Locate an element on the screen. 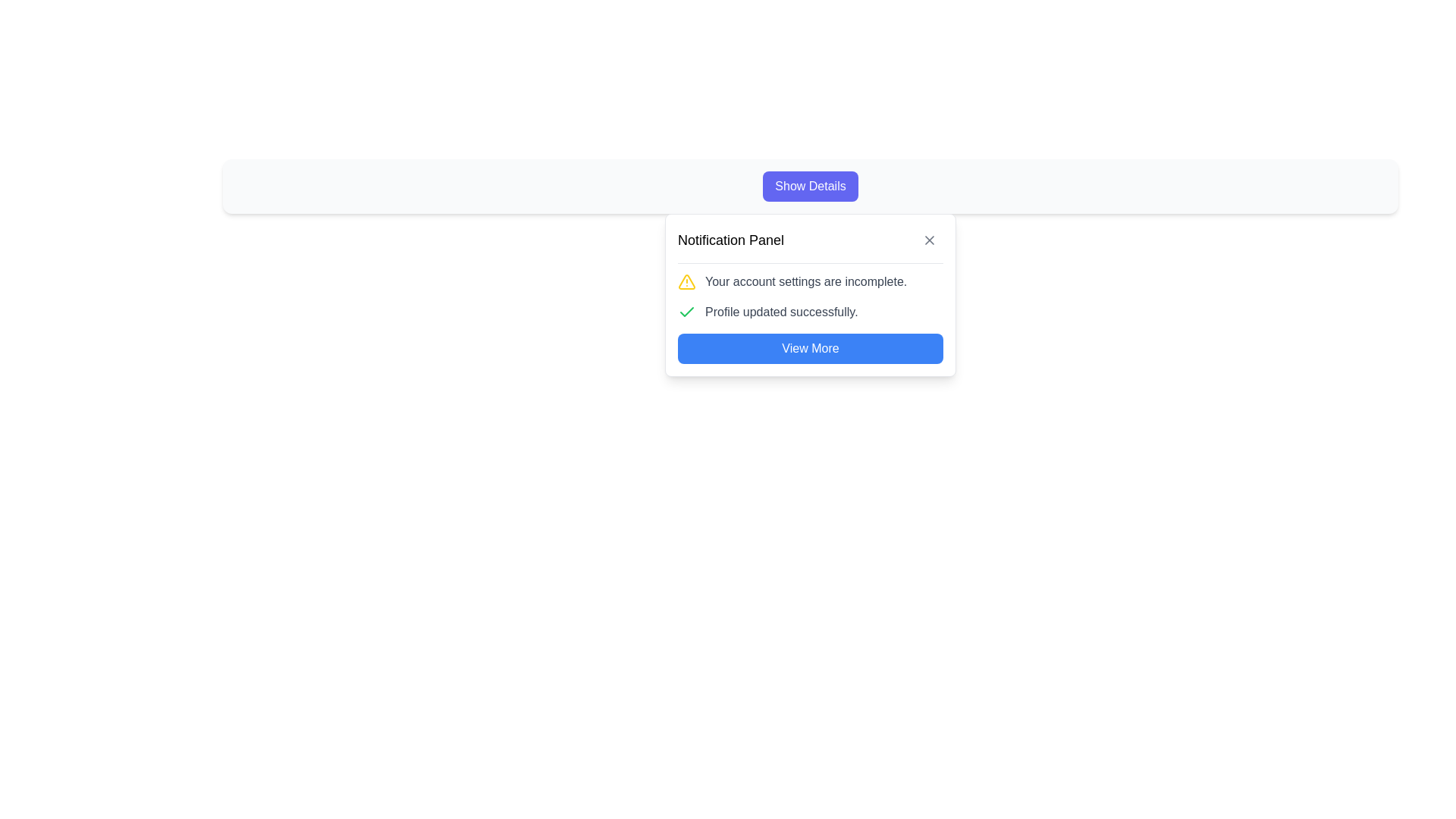  the purple button labeled 'Show Details' is located at coordinates (810, 186).